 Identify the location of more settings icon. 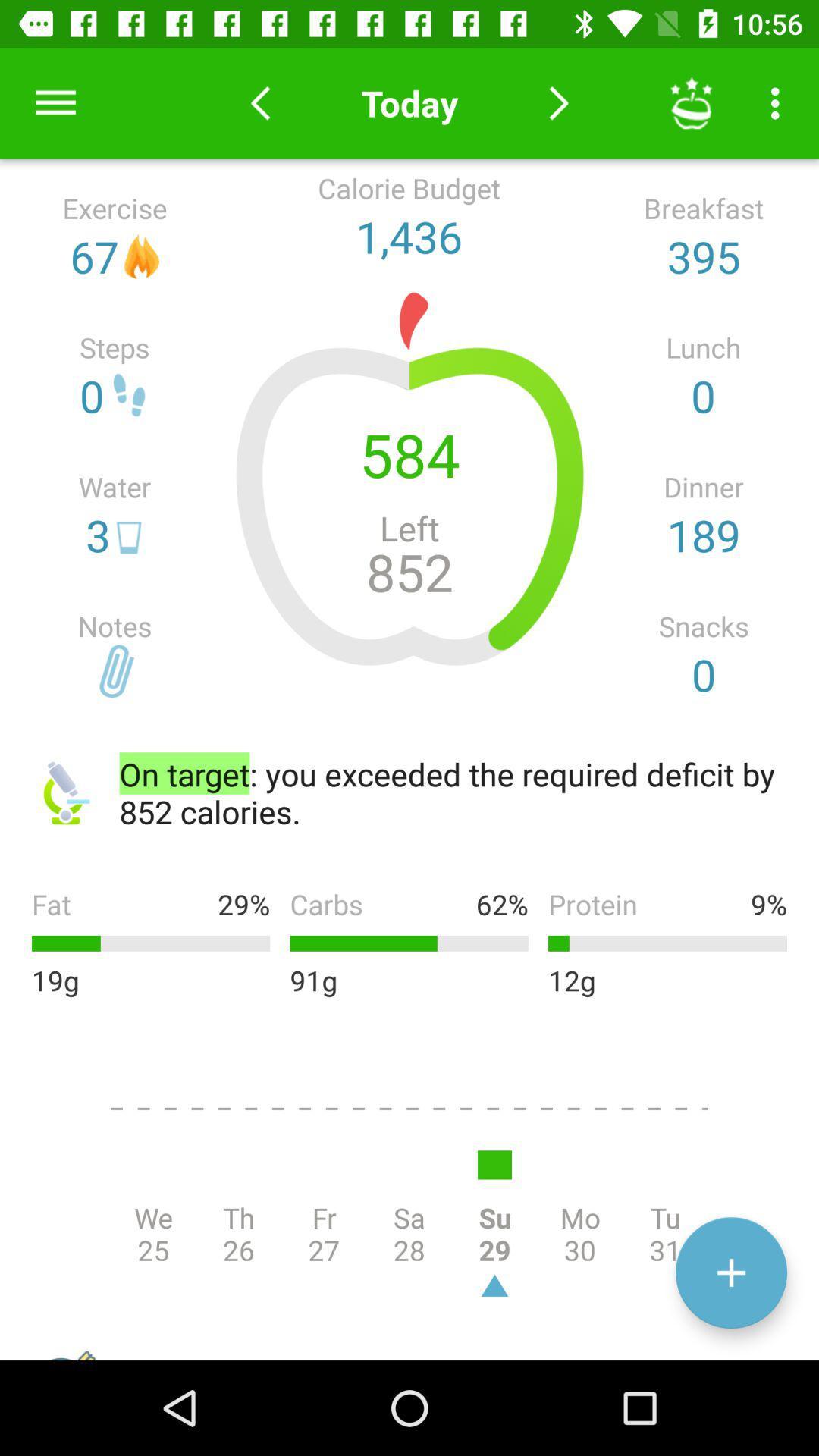
(779, 103).